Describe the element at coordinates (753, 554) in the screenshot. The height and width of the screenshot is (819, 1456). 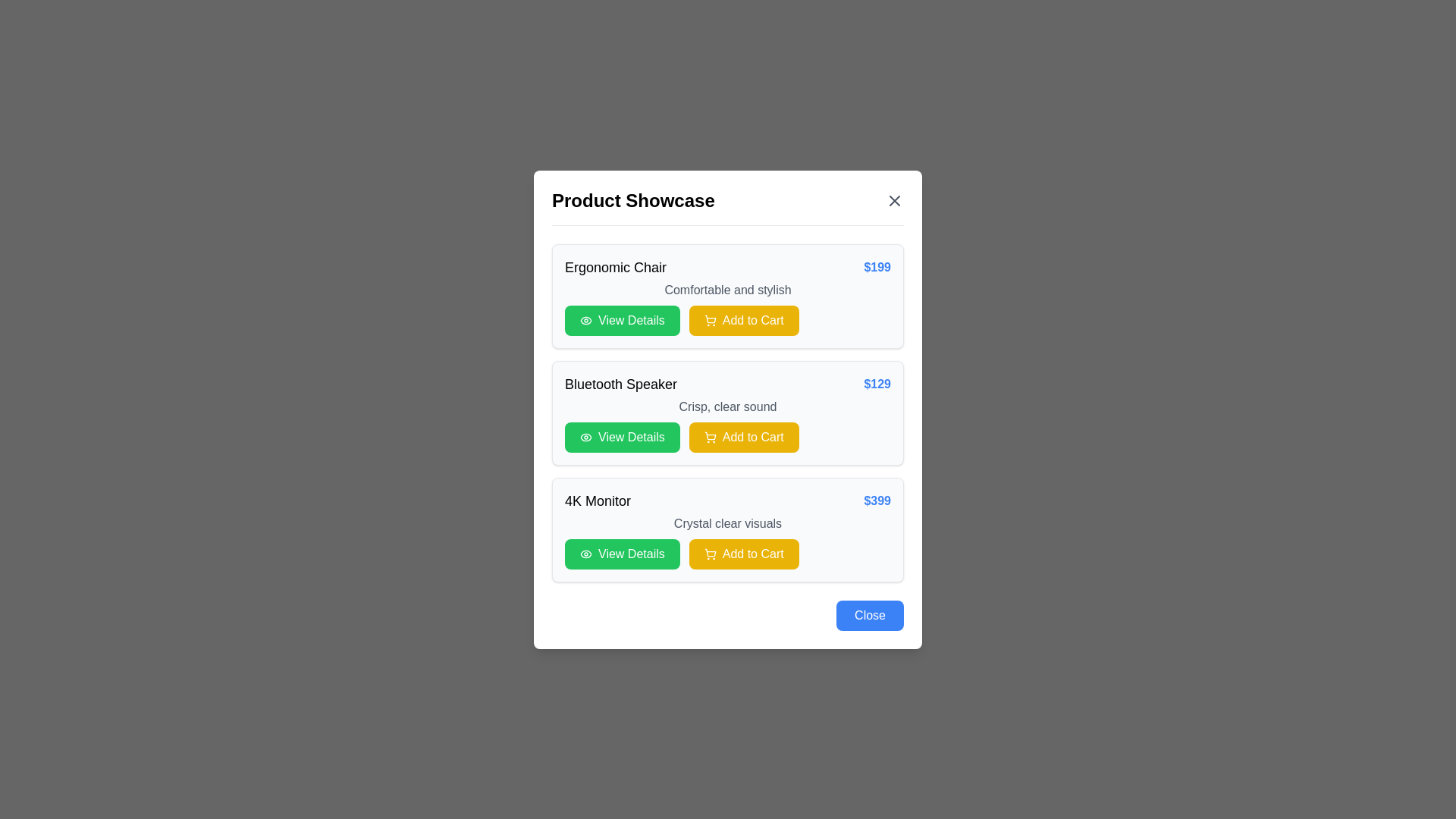
I see `the 'Add to Cart' button, which is a bold white text on a yellow background located in the lower-right corner of the '4K Monitor' product modal` at that location.